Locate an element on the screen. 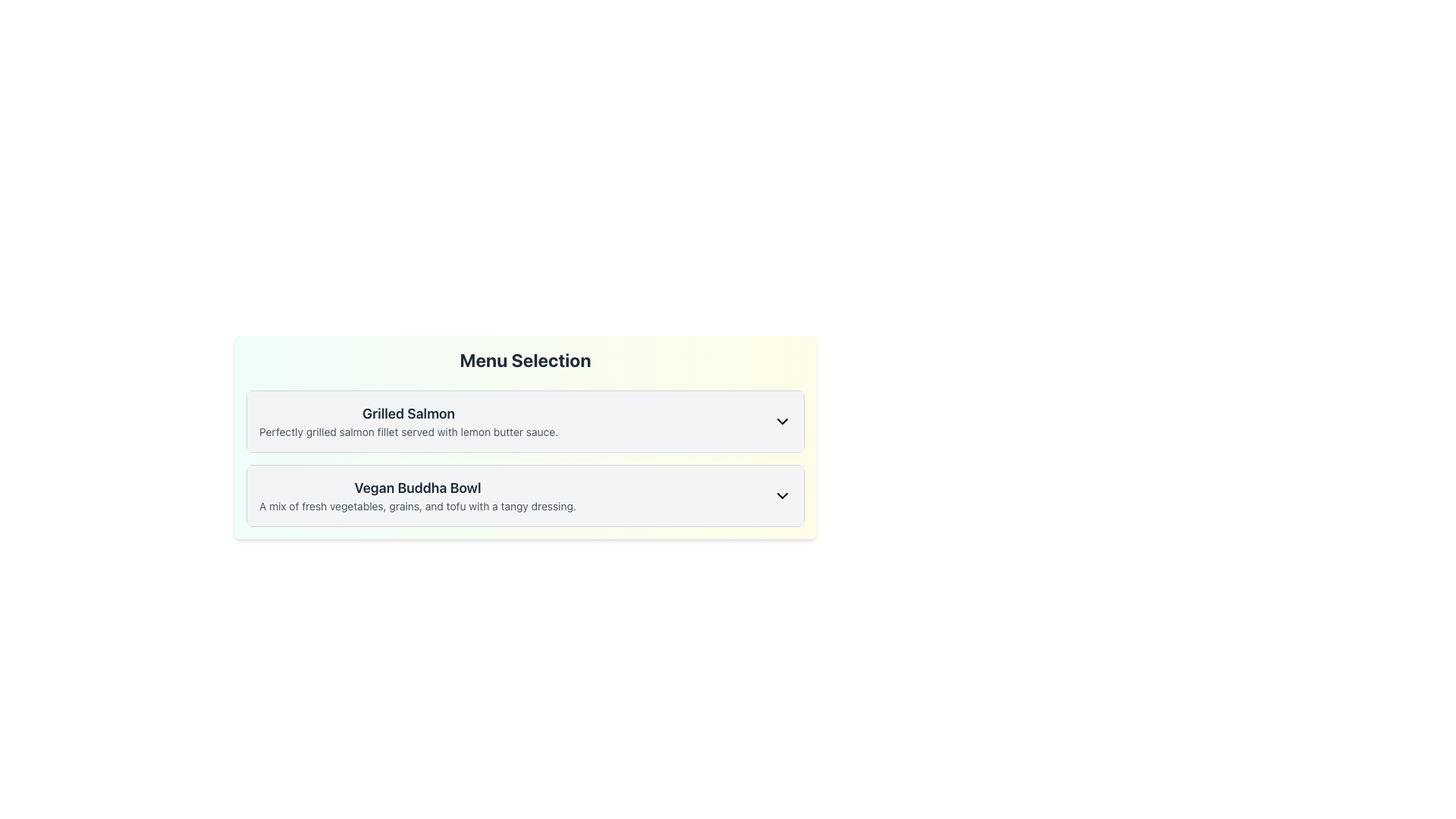 The image size is (1456, 819). the first text label that serves as a heading for the first menu option, located under the 'Menu Selection' heading is located at coordinates (409, 414).